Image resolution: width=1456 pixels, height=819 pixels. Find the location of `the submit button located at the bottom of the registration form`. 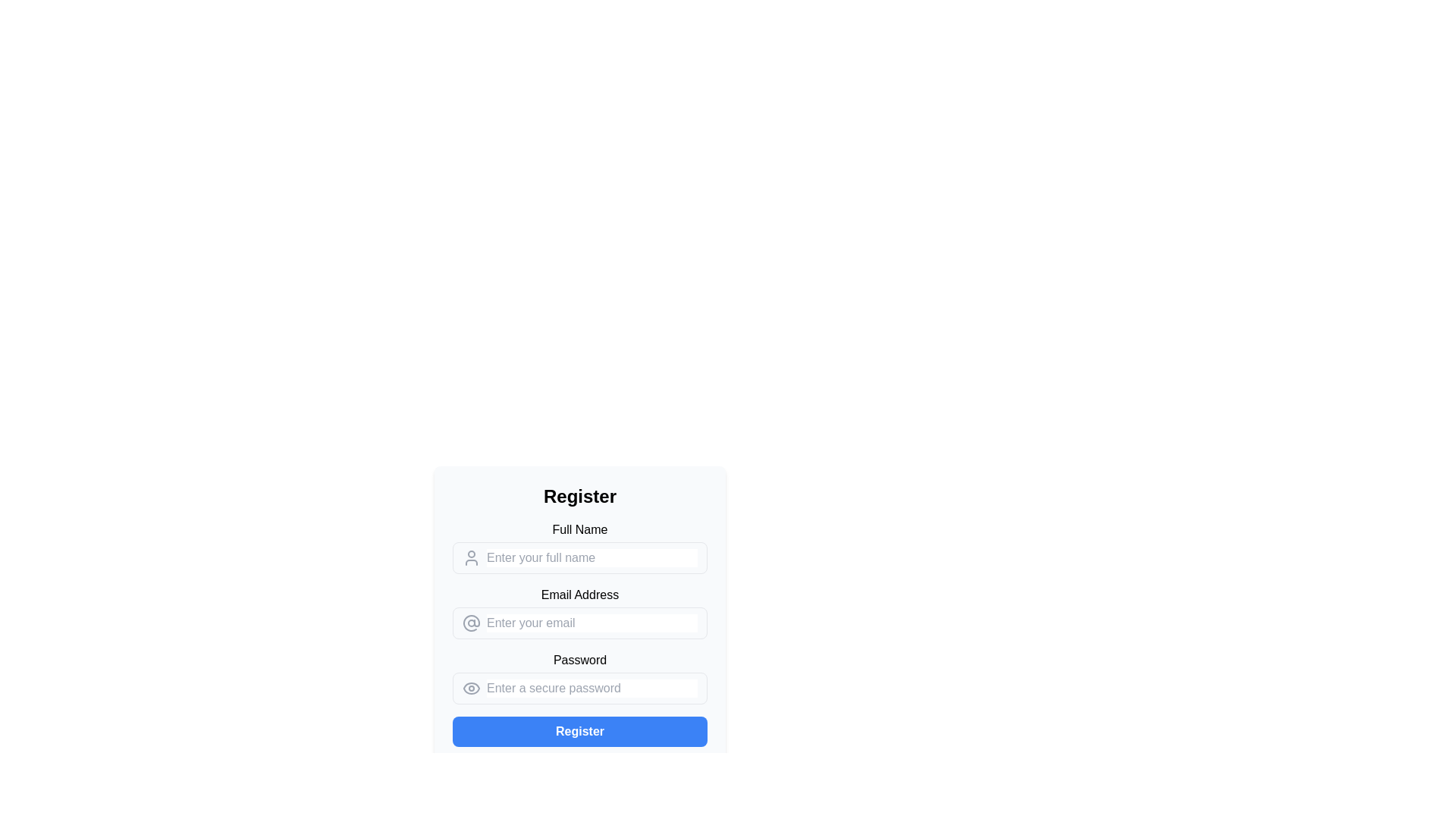

the submit button located at the bottom of the registration form is located at coordinates (579, 730).